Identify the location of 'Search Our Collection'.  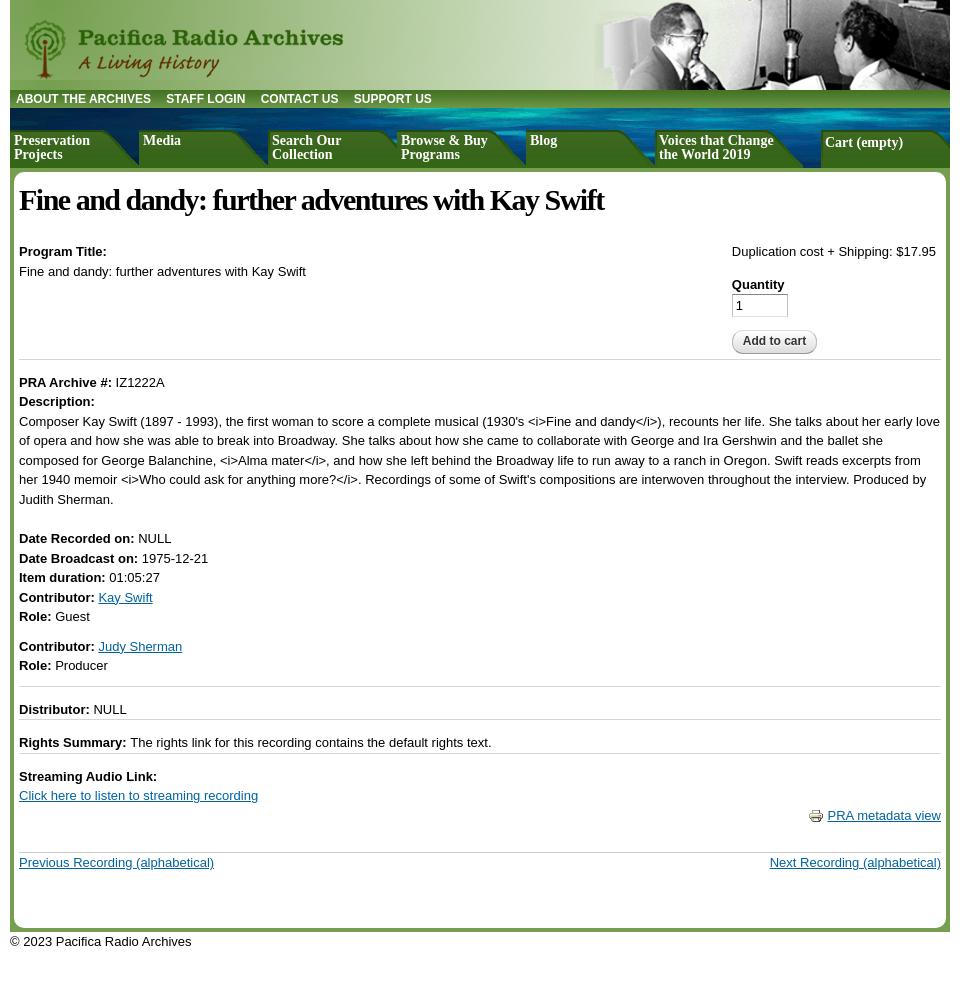
(306, 147).